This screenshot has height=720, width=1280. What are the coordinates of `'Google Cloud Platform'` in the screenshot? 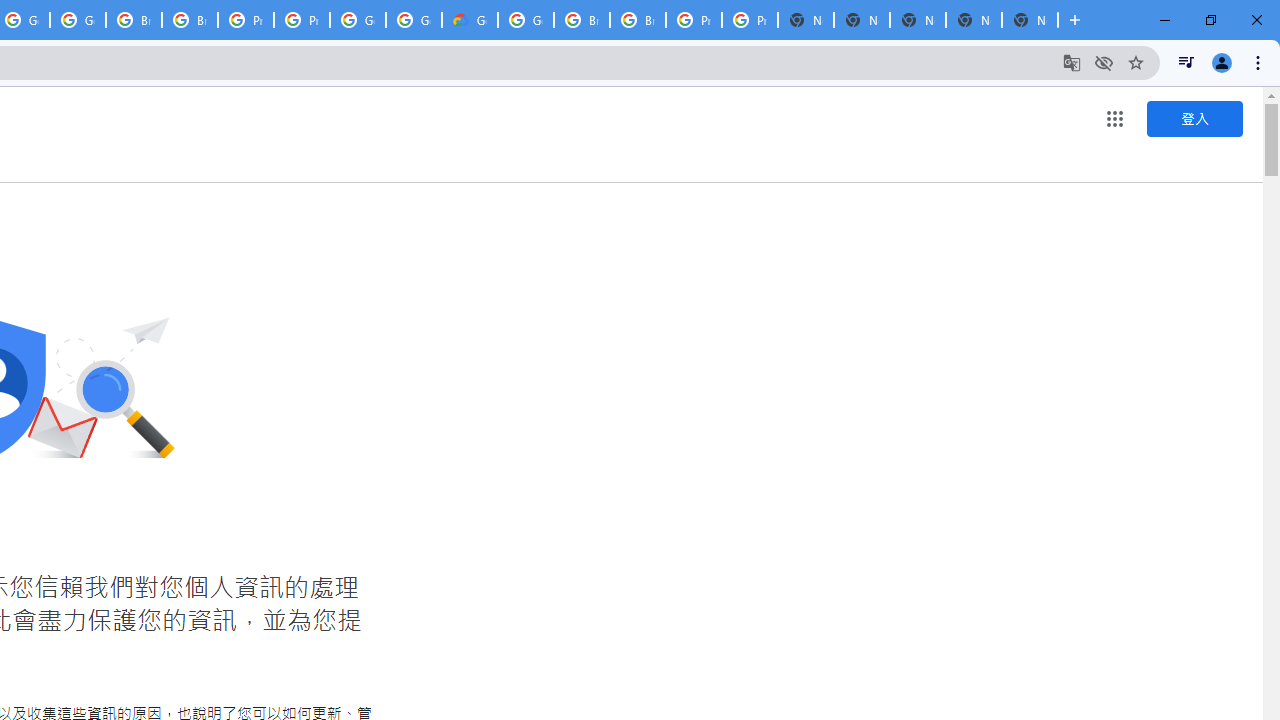 It's located at (526, 20).